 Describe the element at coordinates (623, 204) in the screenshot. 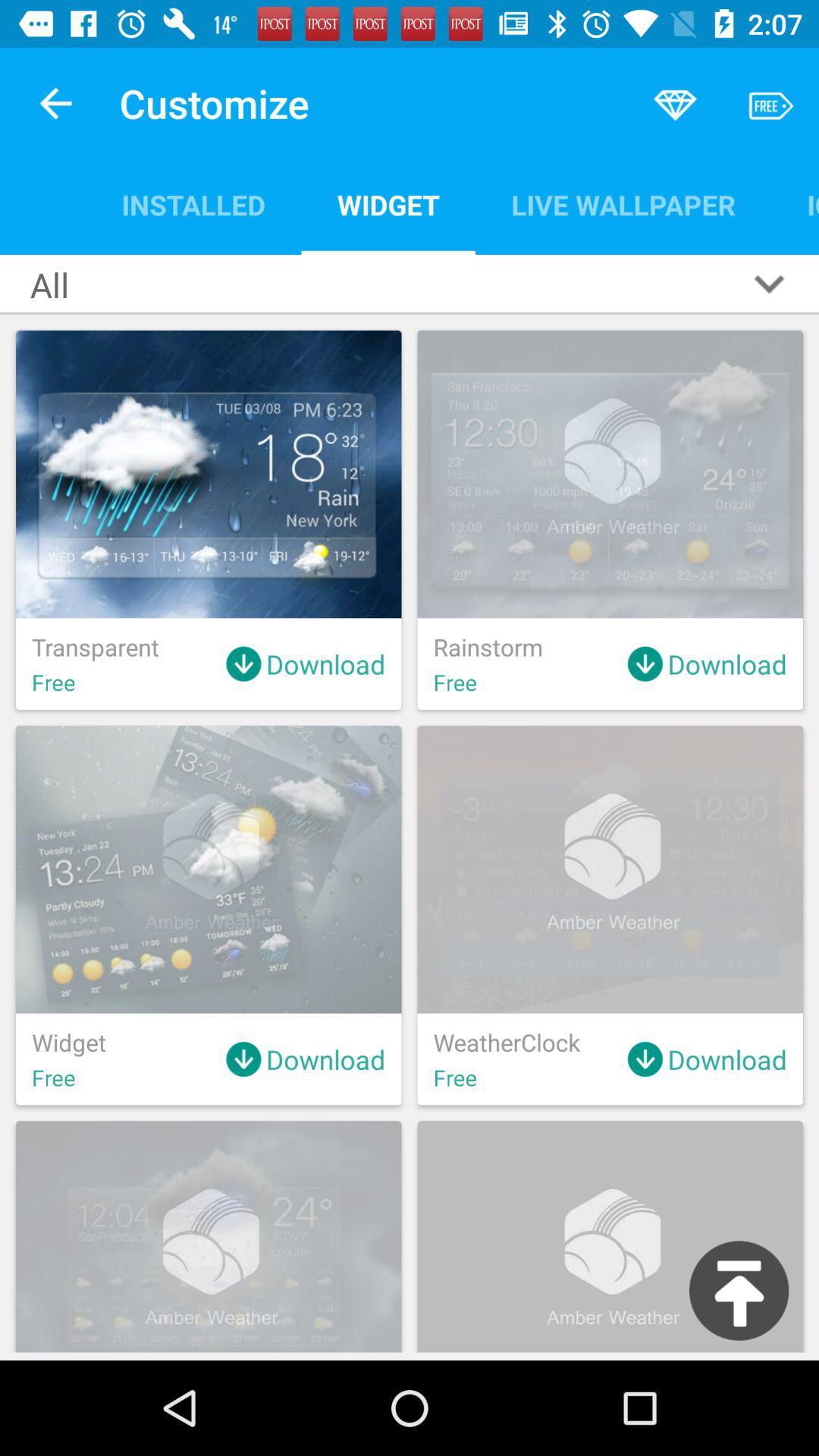

I see `the icon next to icon set icon` at that location.